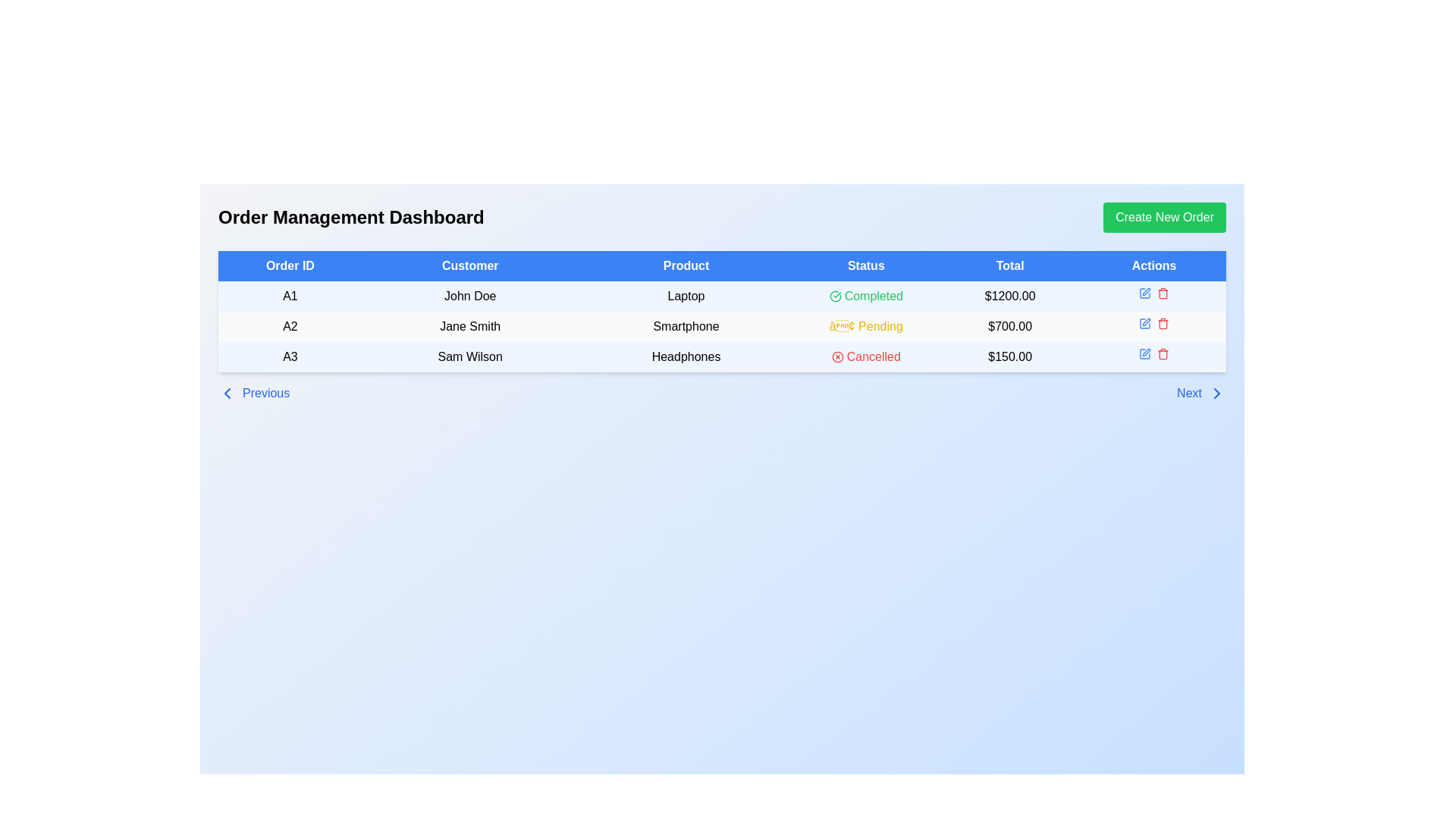 This screenshot has width=1456, height=819. Describe the element at coordinates (1010, 265) in the screenshot. I see `the fifth column header in the table, which lists the total amounts associated with the orders, located between the 'Status' and 'Actions' headers` at that location.